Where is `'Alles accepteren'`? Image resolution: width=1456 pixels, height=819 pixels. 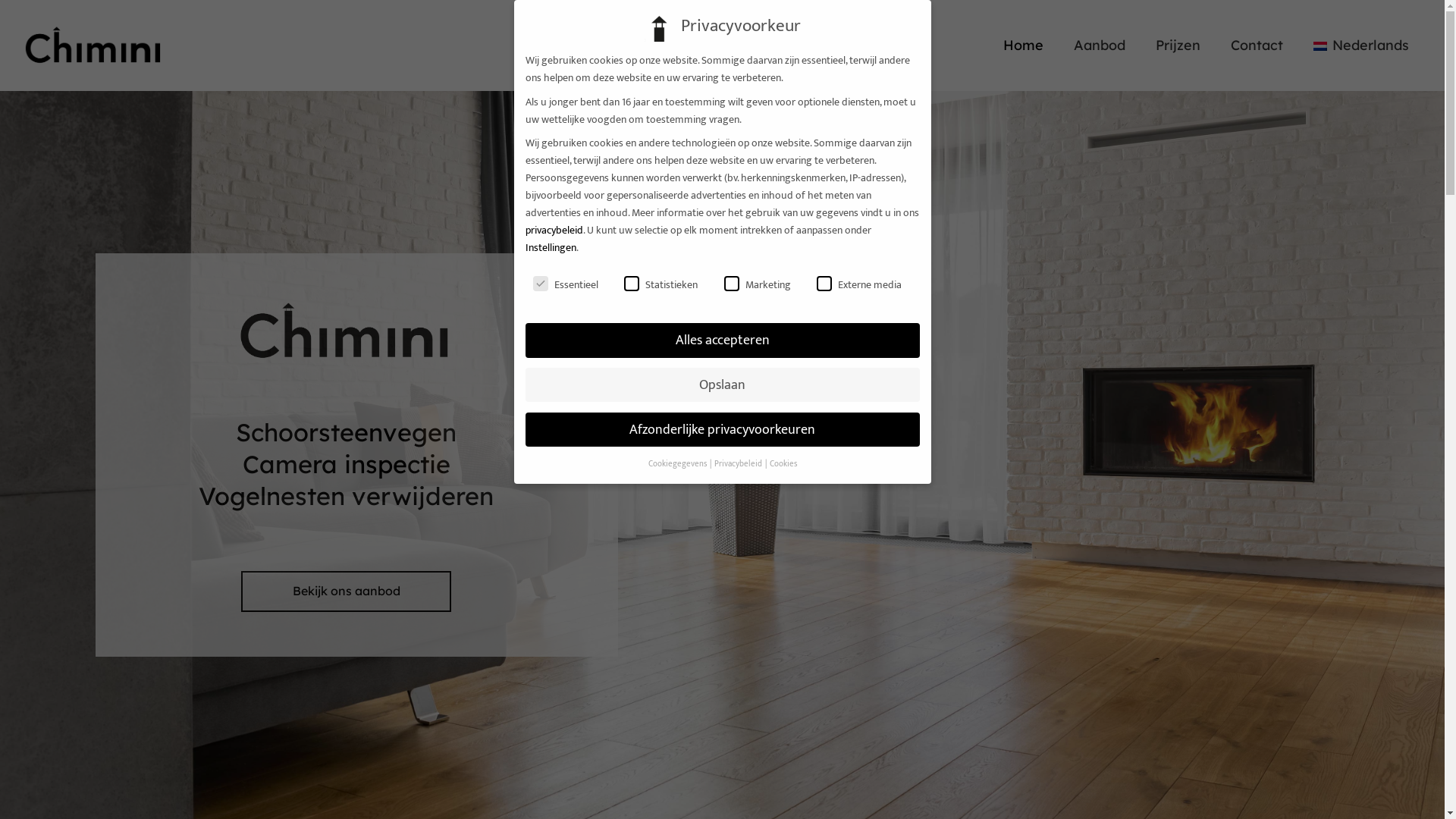 'Alles accepteren' is located at coordinates (524, 339).